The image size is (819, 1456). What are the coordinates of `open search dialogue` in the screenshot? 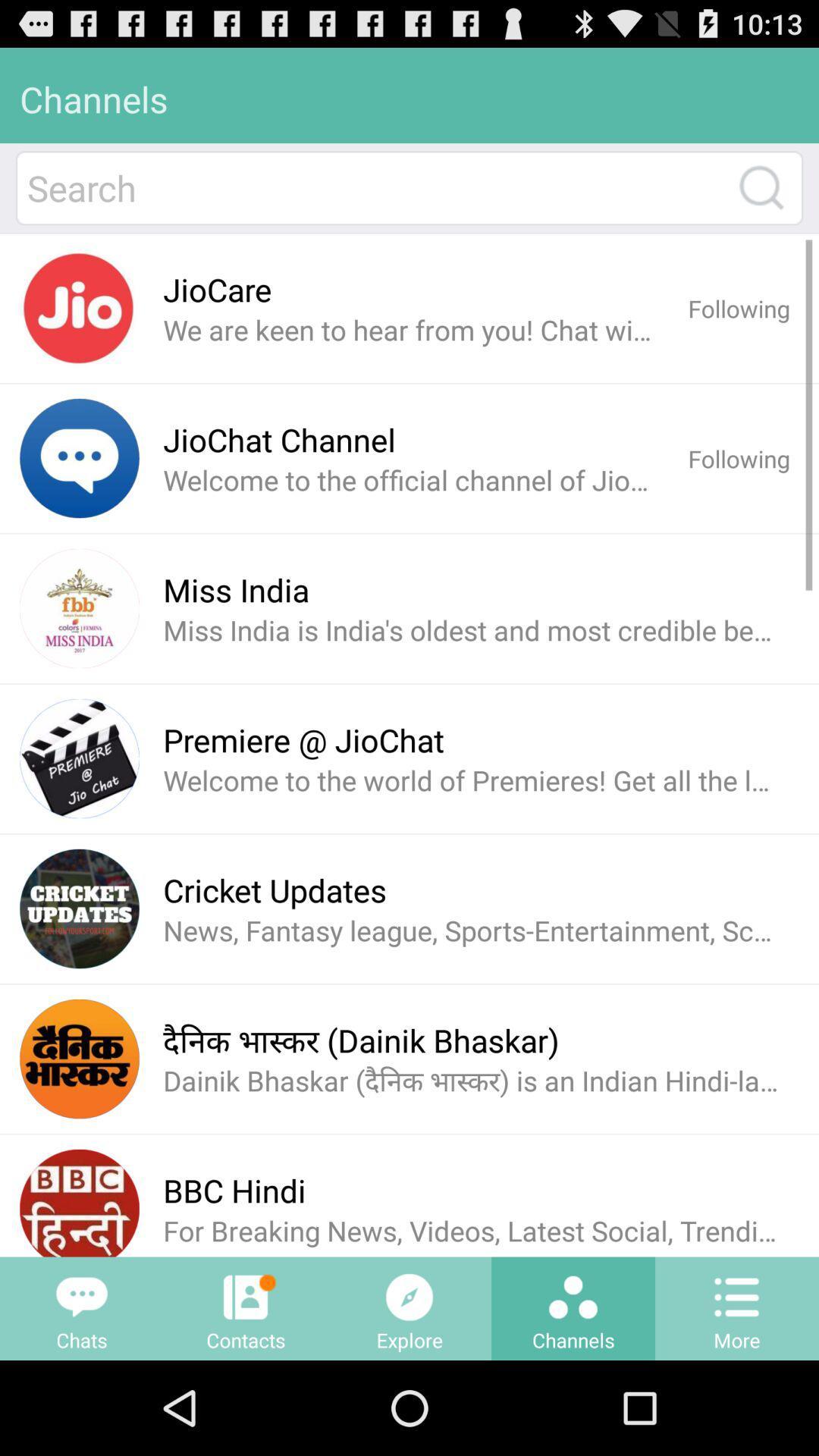 It's located at (761, 187).